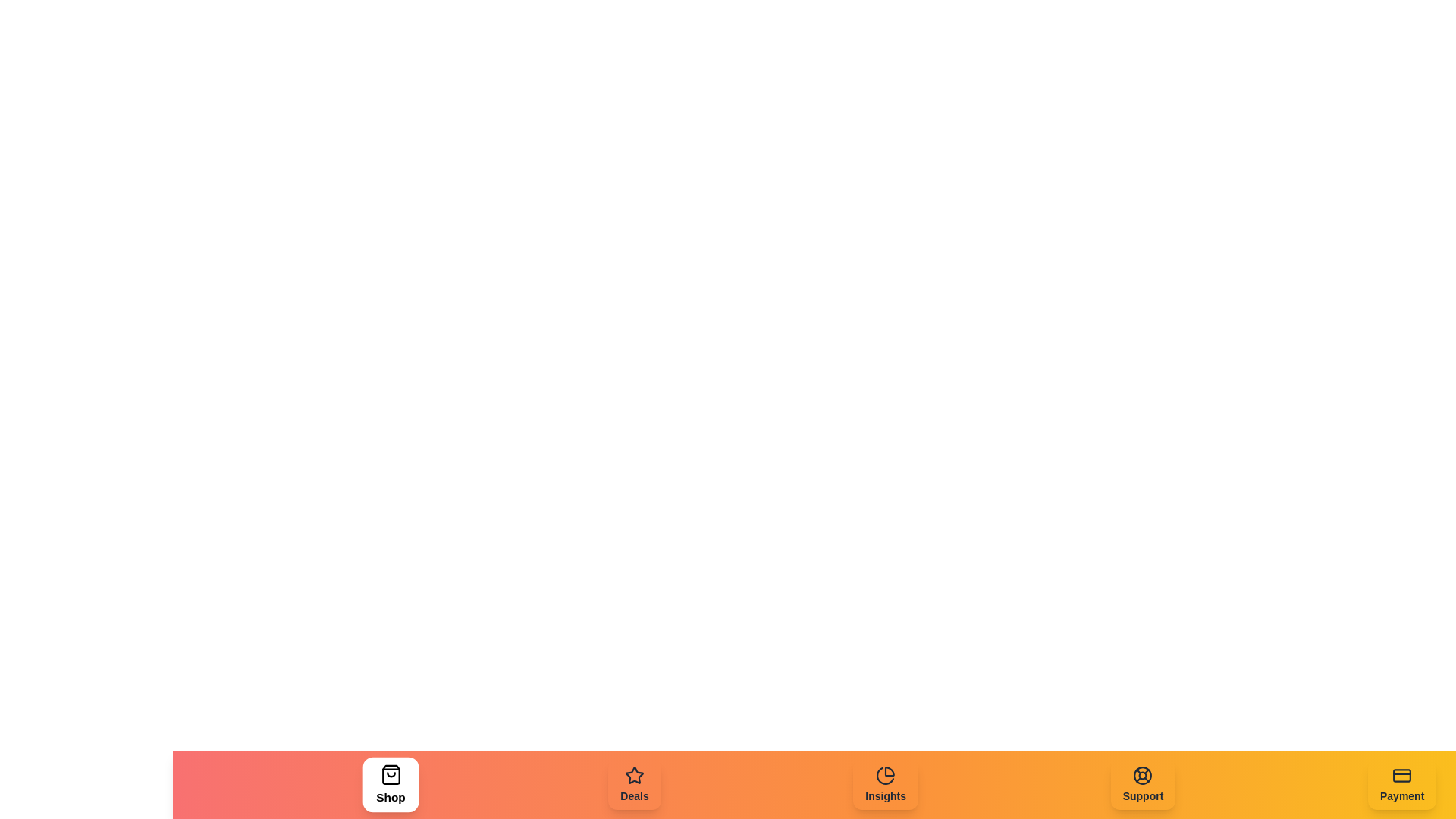  Describe the element at coordinates (390, 784) in the screenshot. I see `the Shop tab to navigate to its section` at that location.